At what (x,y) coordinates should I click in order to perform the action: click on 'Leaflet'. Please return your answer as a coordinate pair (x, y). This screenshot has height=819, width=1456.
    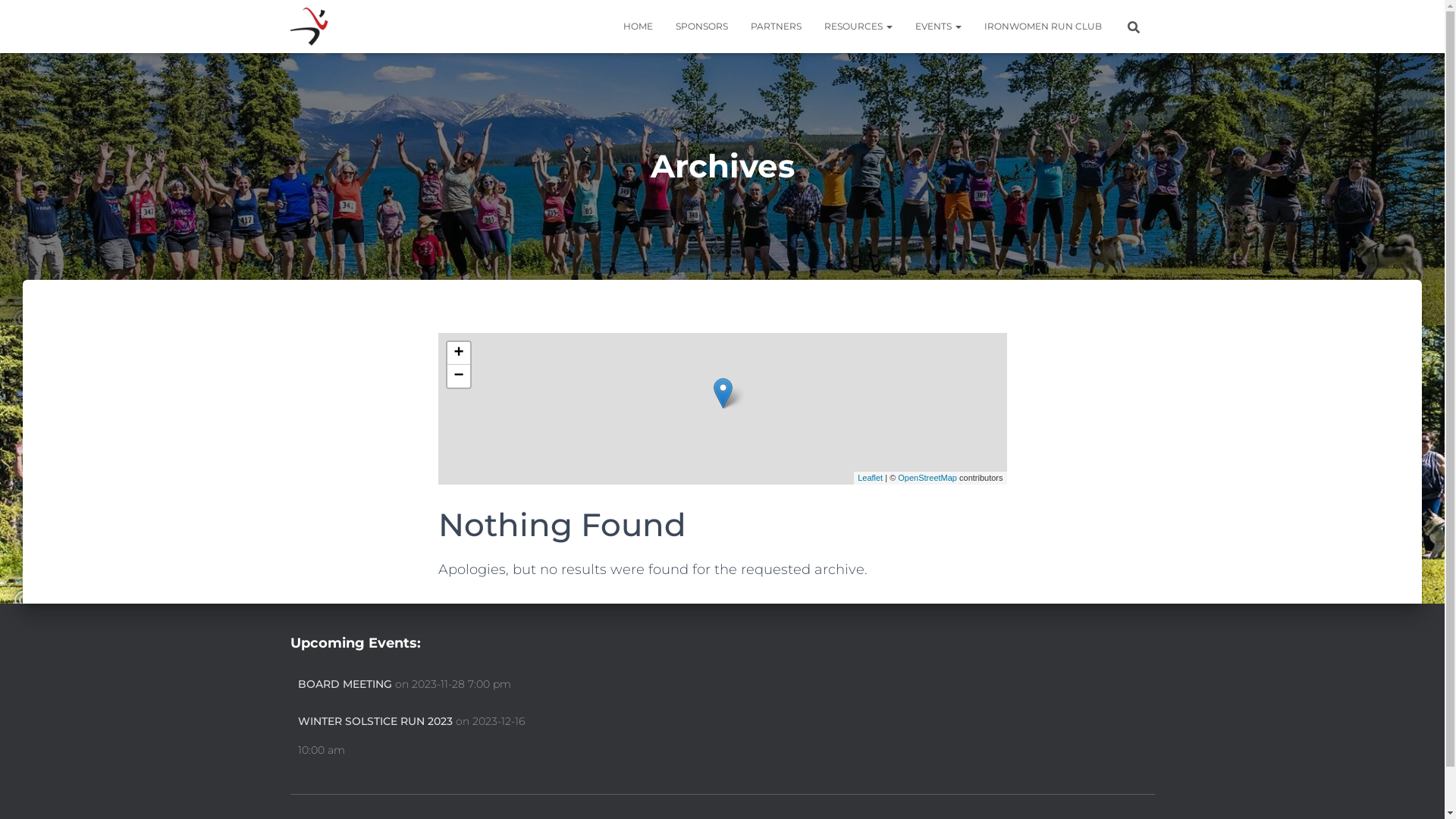
    Looking at the image, I should click on (870, 476).